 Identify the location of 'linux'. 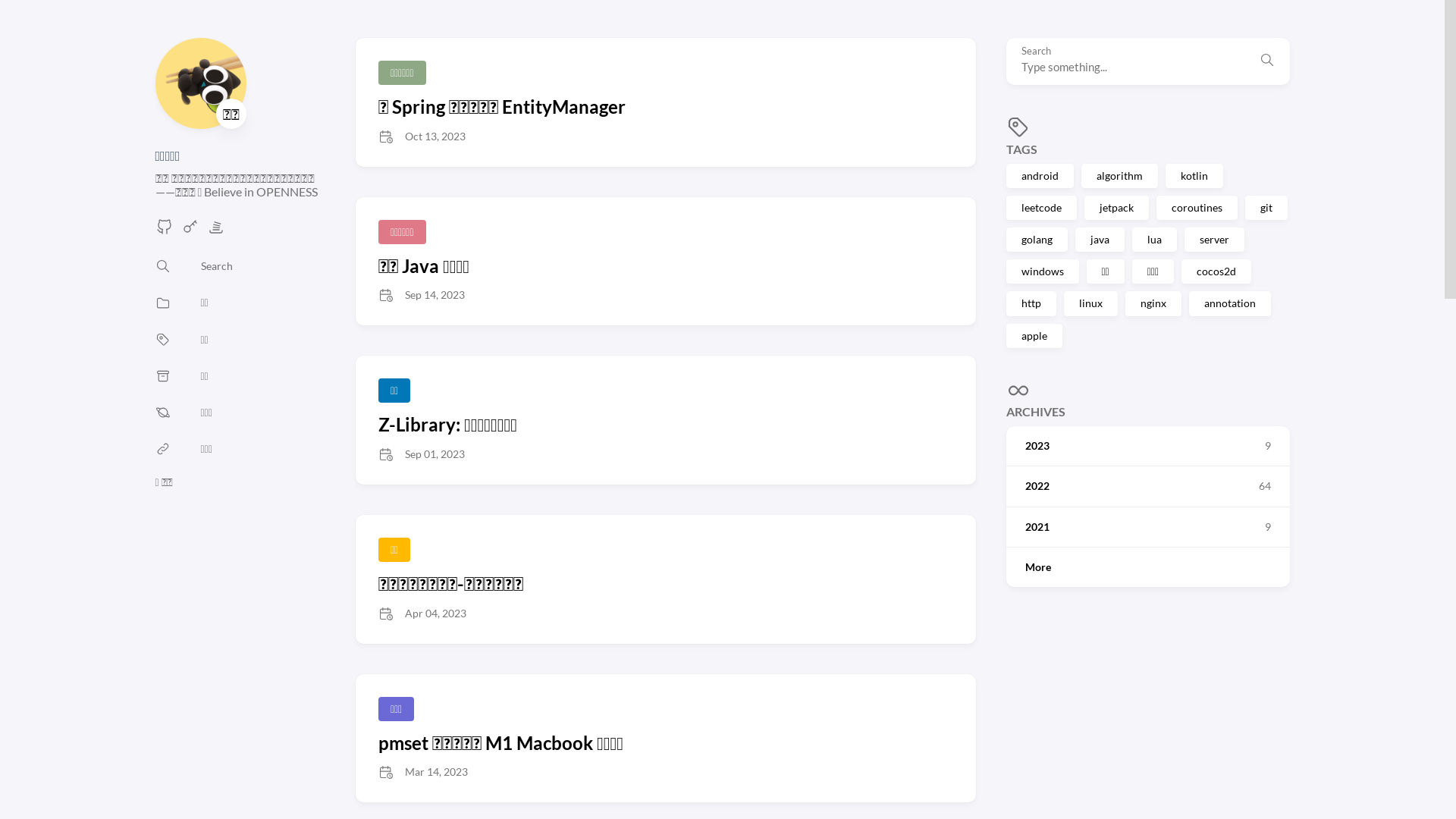
(1089, 303).